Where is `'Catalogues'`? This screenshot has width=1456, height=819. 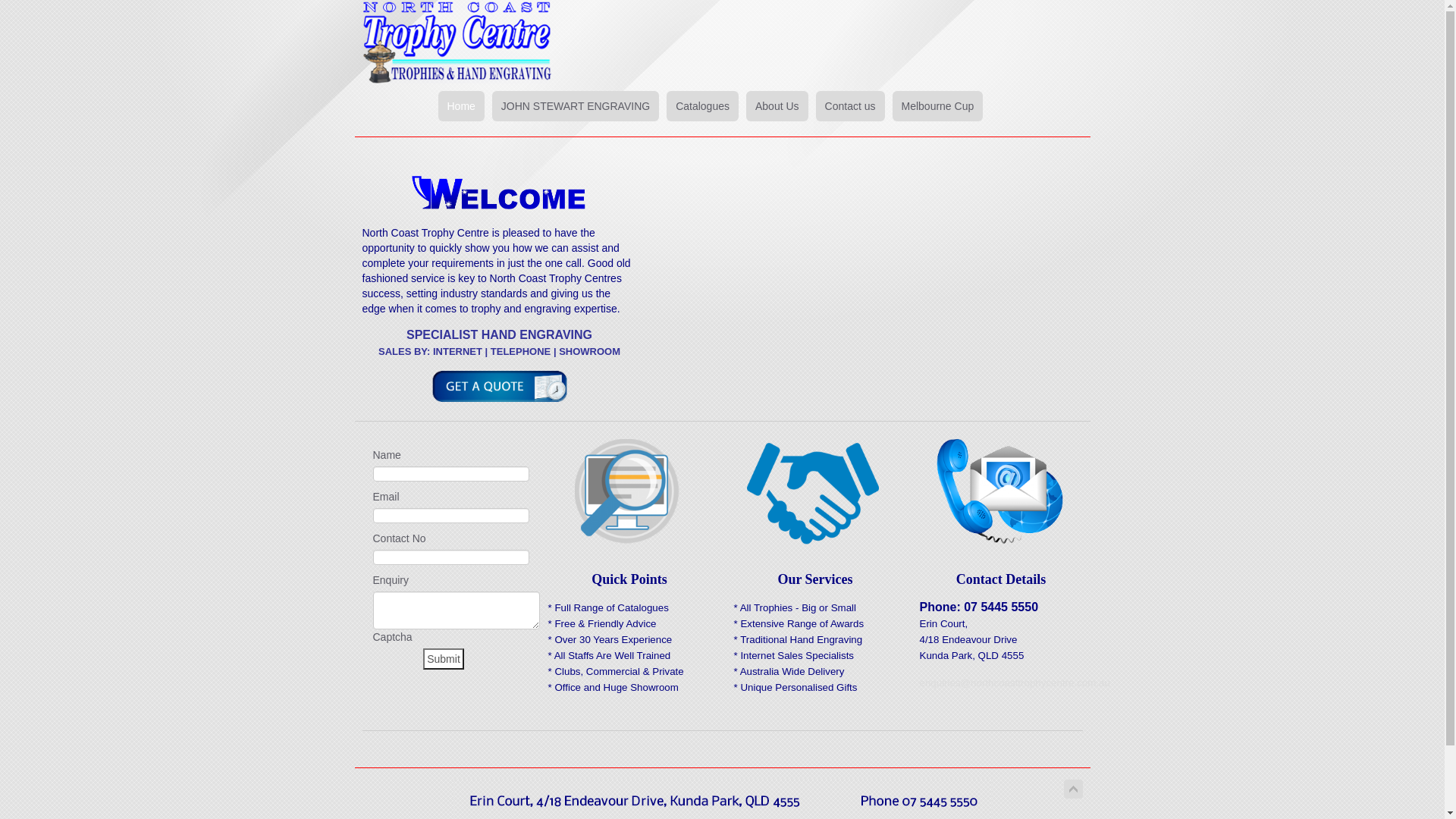
'Catalogues' is located at coordinates (701, 105).